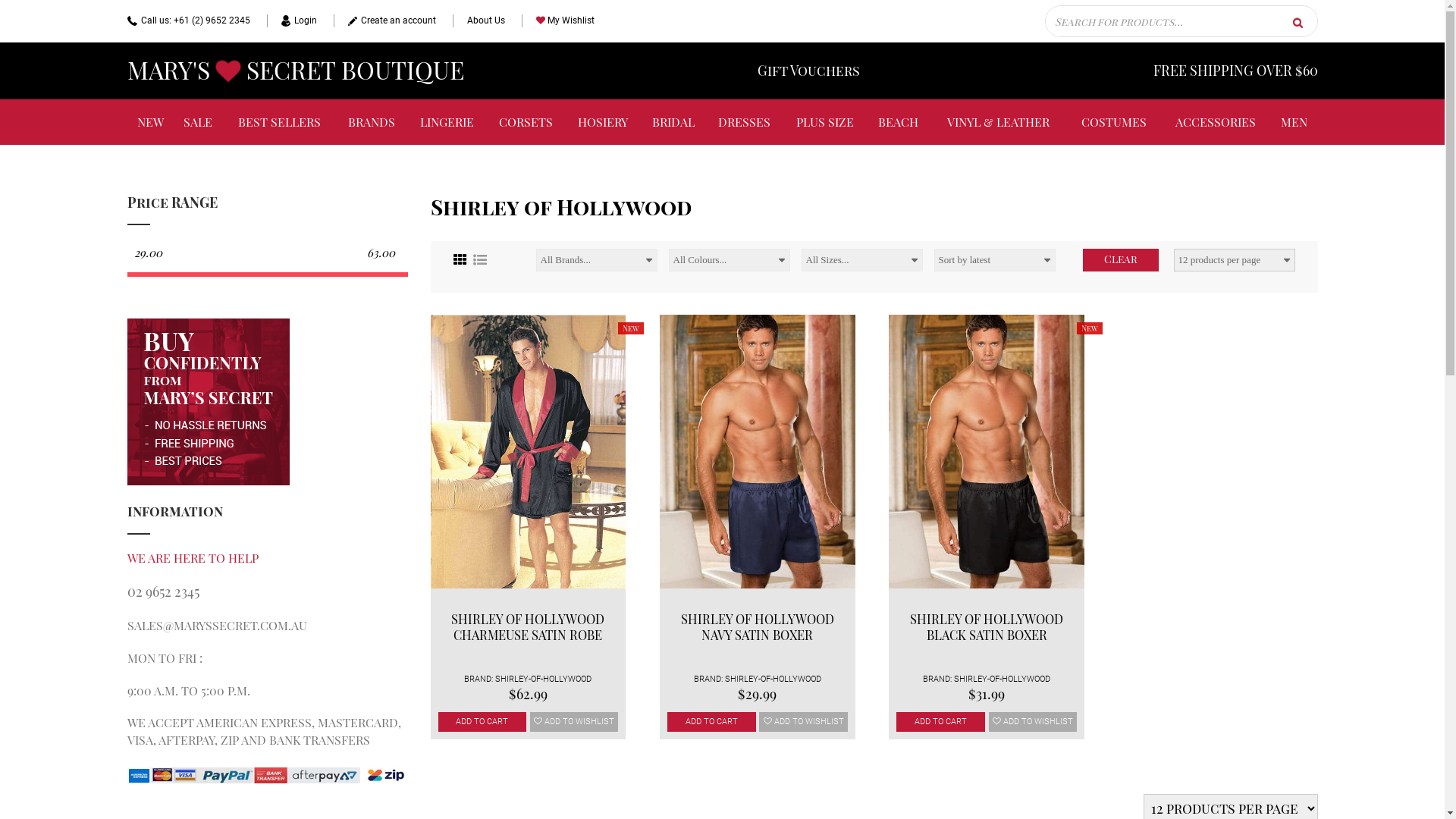  What do you see at coordinates (150, 121) in the screenshot?
I see `'NEW'` at bounding box center [150, 121].